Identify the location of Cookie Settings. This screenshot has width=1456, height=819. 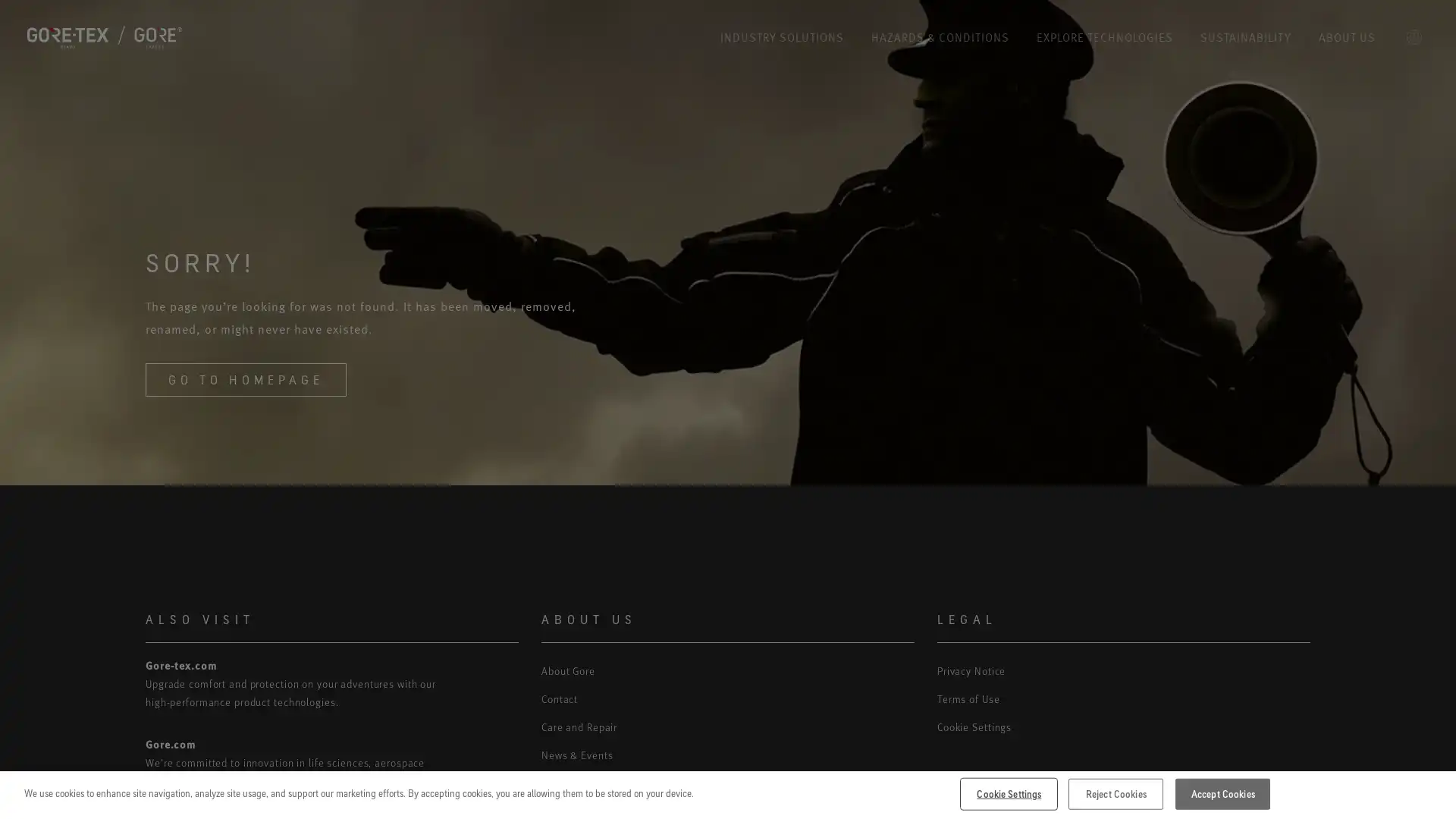
(1009, 792).